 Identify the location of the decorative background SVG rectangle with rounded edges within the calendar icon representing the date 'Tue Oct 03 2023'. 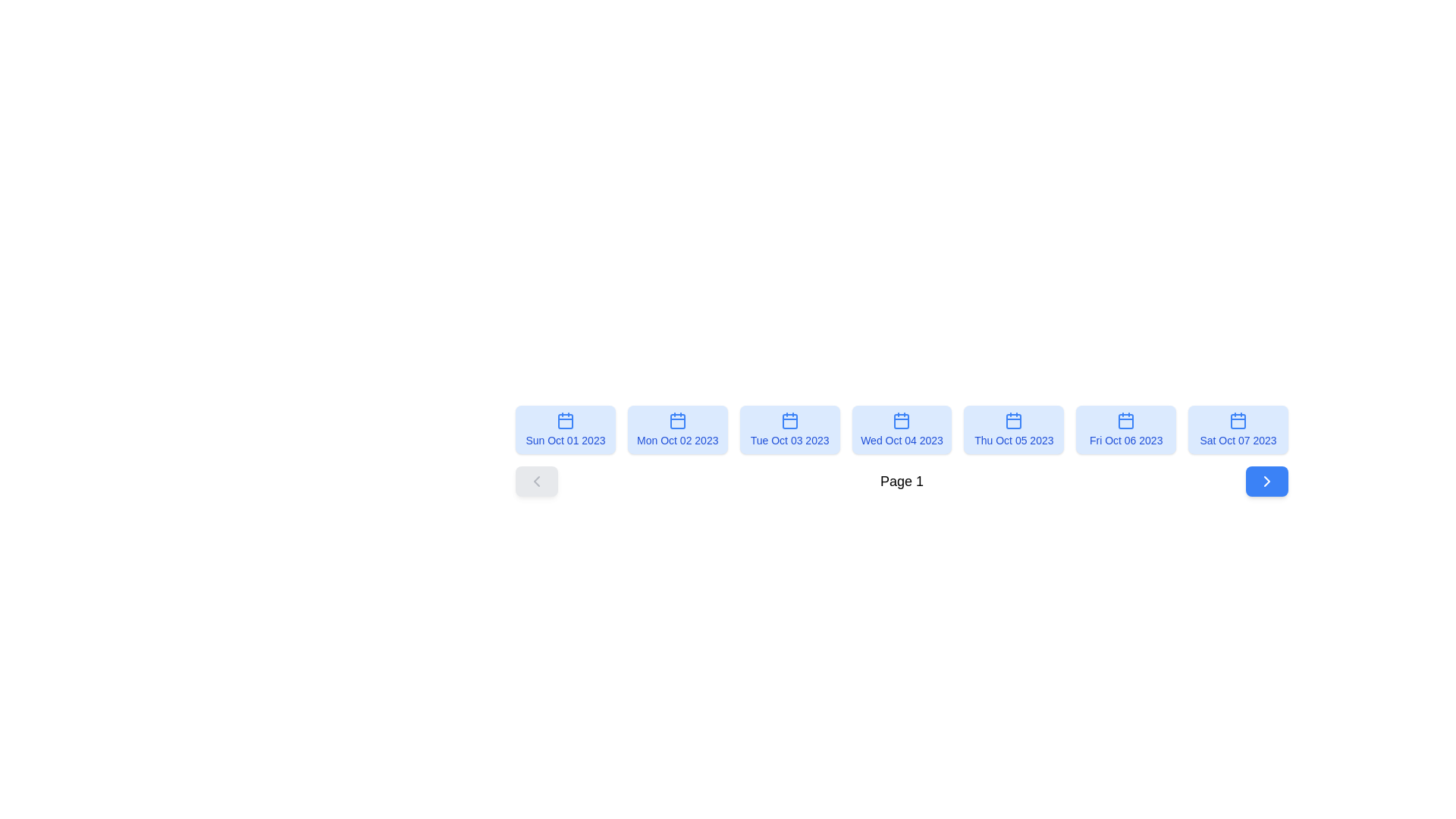
(789, 421).